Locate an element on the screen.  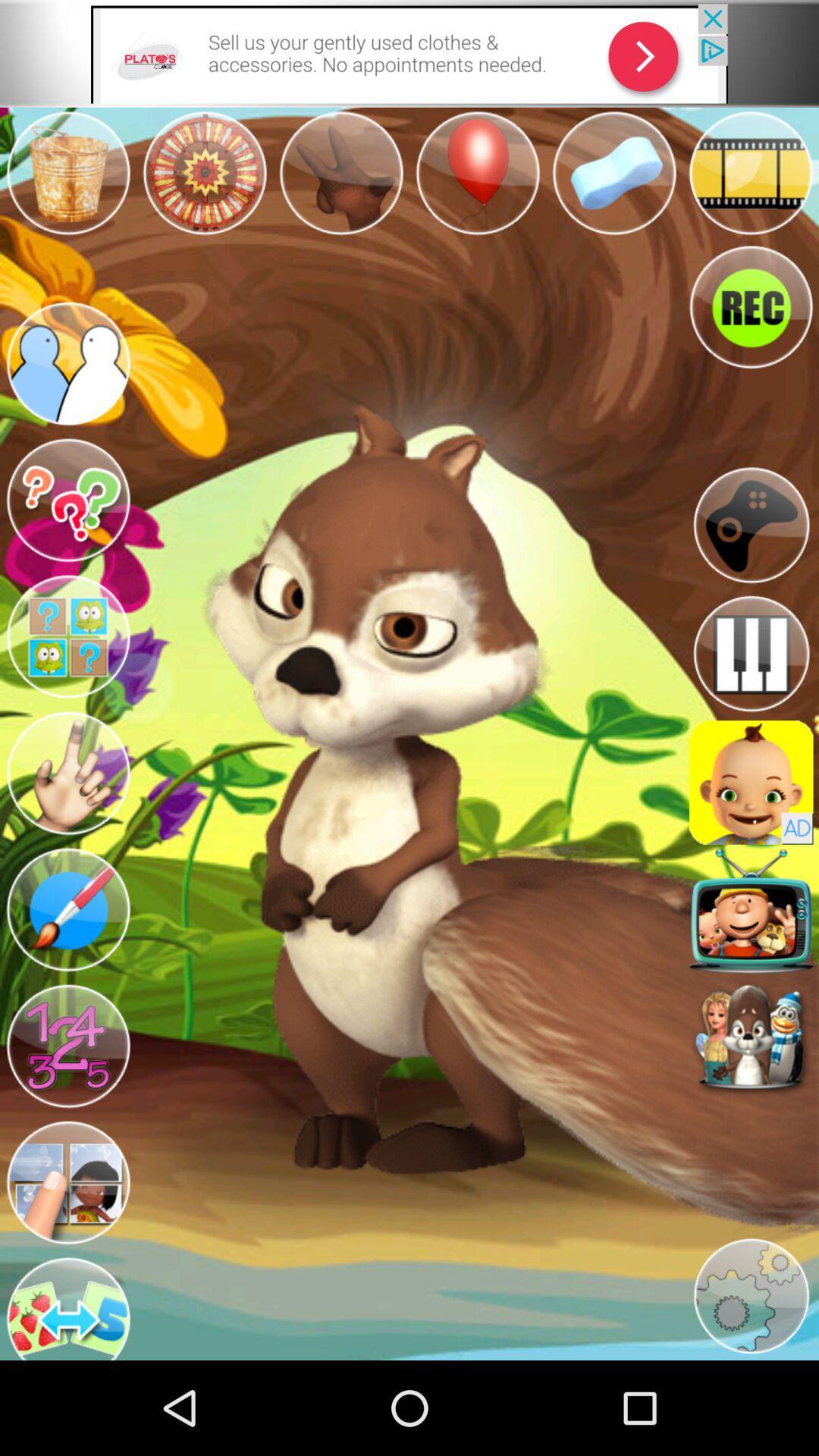
activate paint brush icon is located at coordinates (67, 910).